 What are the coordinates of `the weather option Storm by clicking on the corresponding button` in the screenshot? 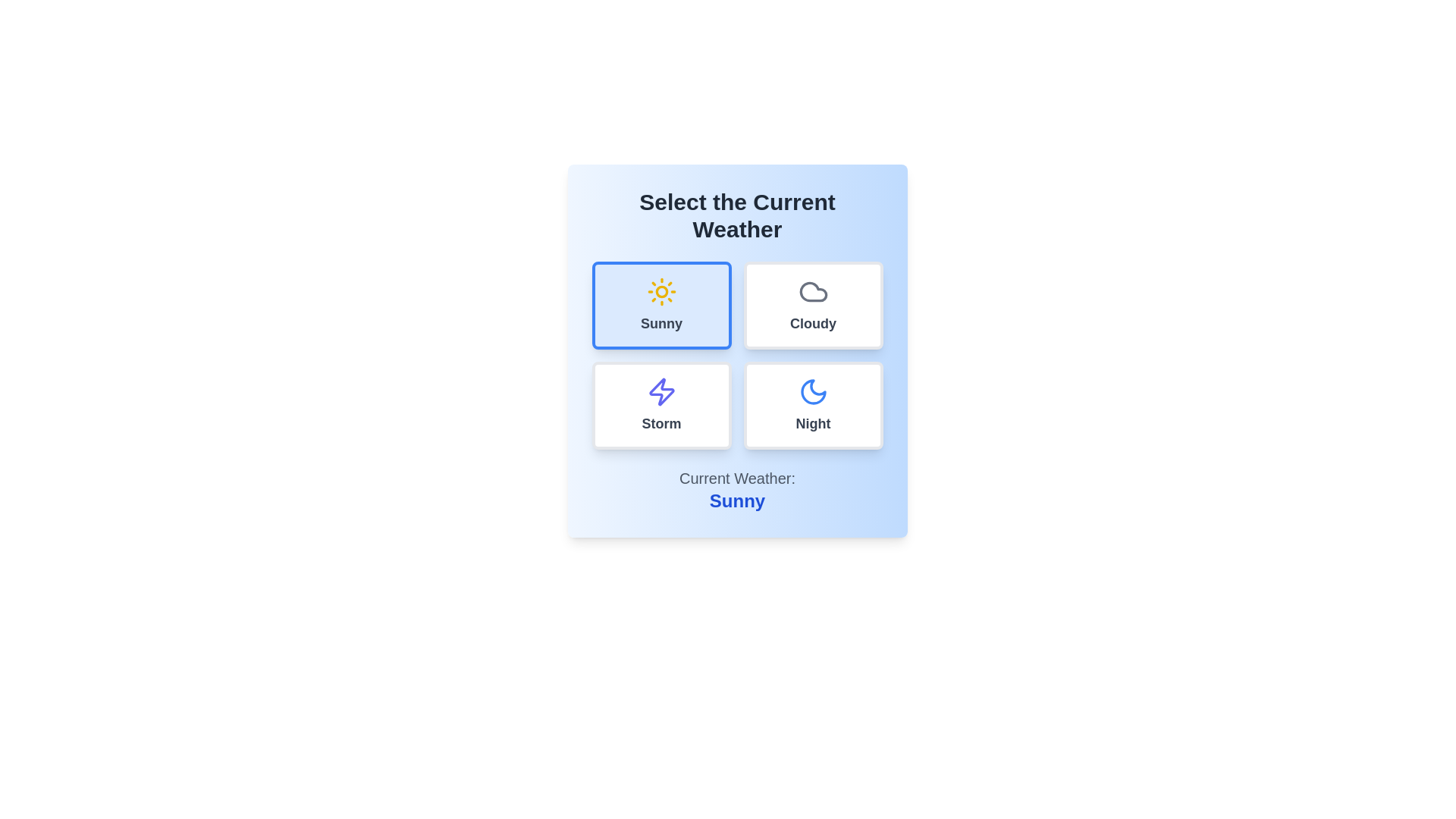 It's located at (661, 405).